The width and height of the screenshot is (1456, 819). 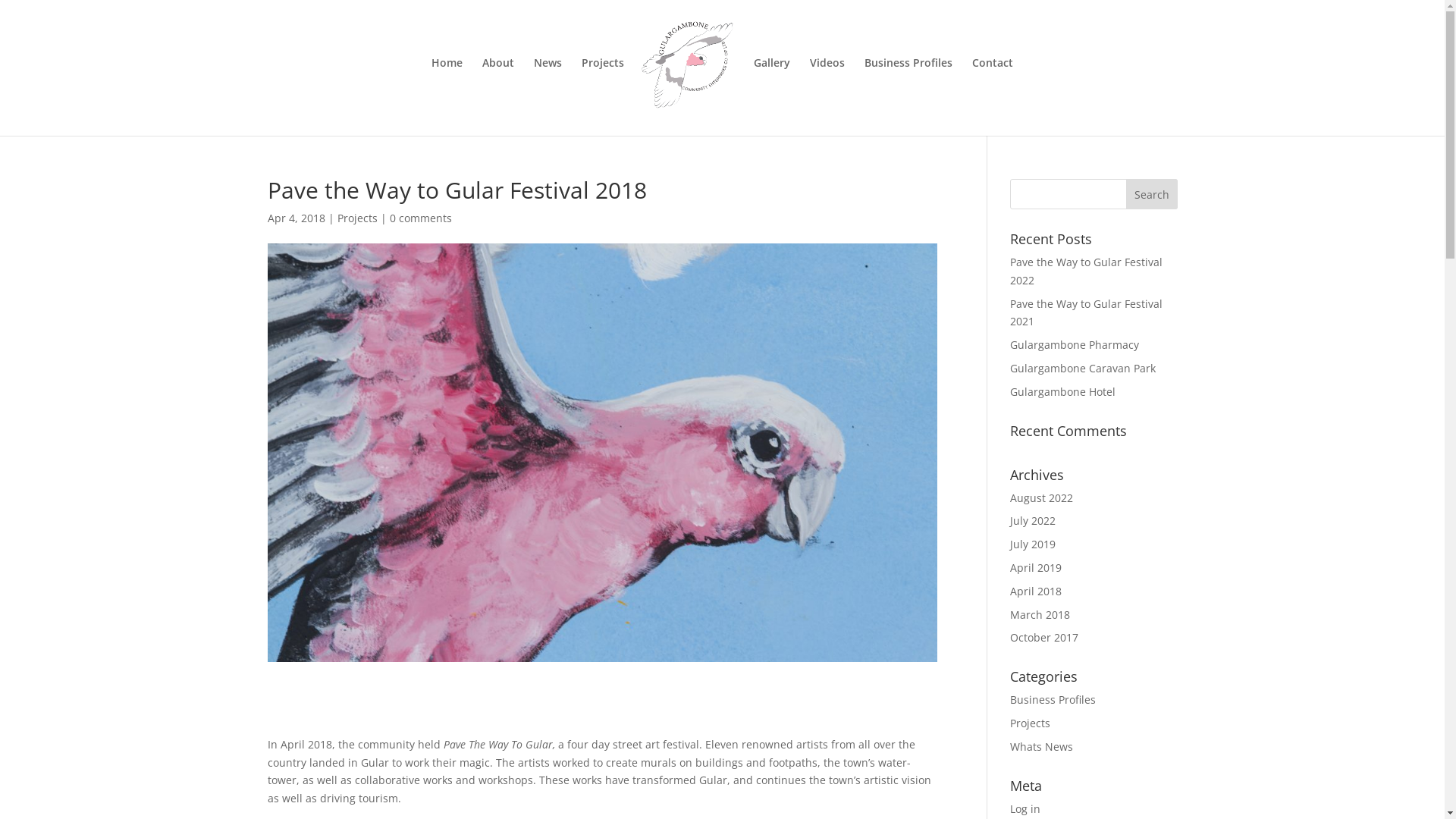 What do you see at coordinates (1081, 368) in the screenshot?
I see `'Gulargambone Caravan Park'` at bounding box center [1081, 368].